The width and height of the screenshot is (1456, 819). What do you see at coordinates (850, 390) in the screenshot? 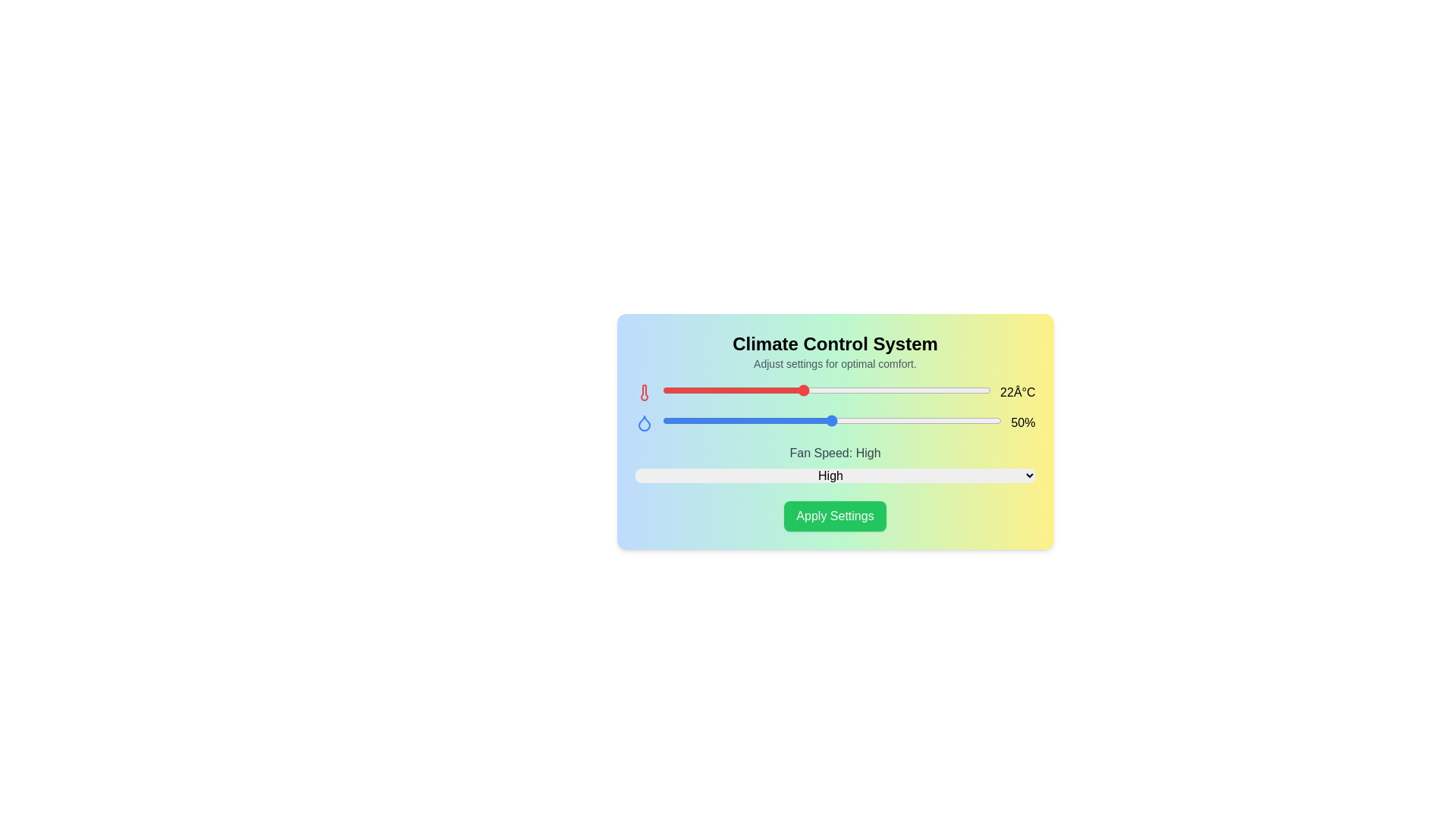
I see `the temperature slider to 24°C` at bounding box center [850, 390].